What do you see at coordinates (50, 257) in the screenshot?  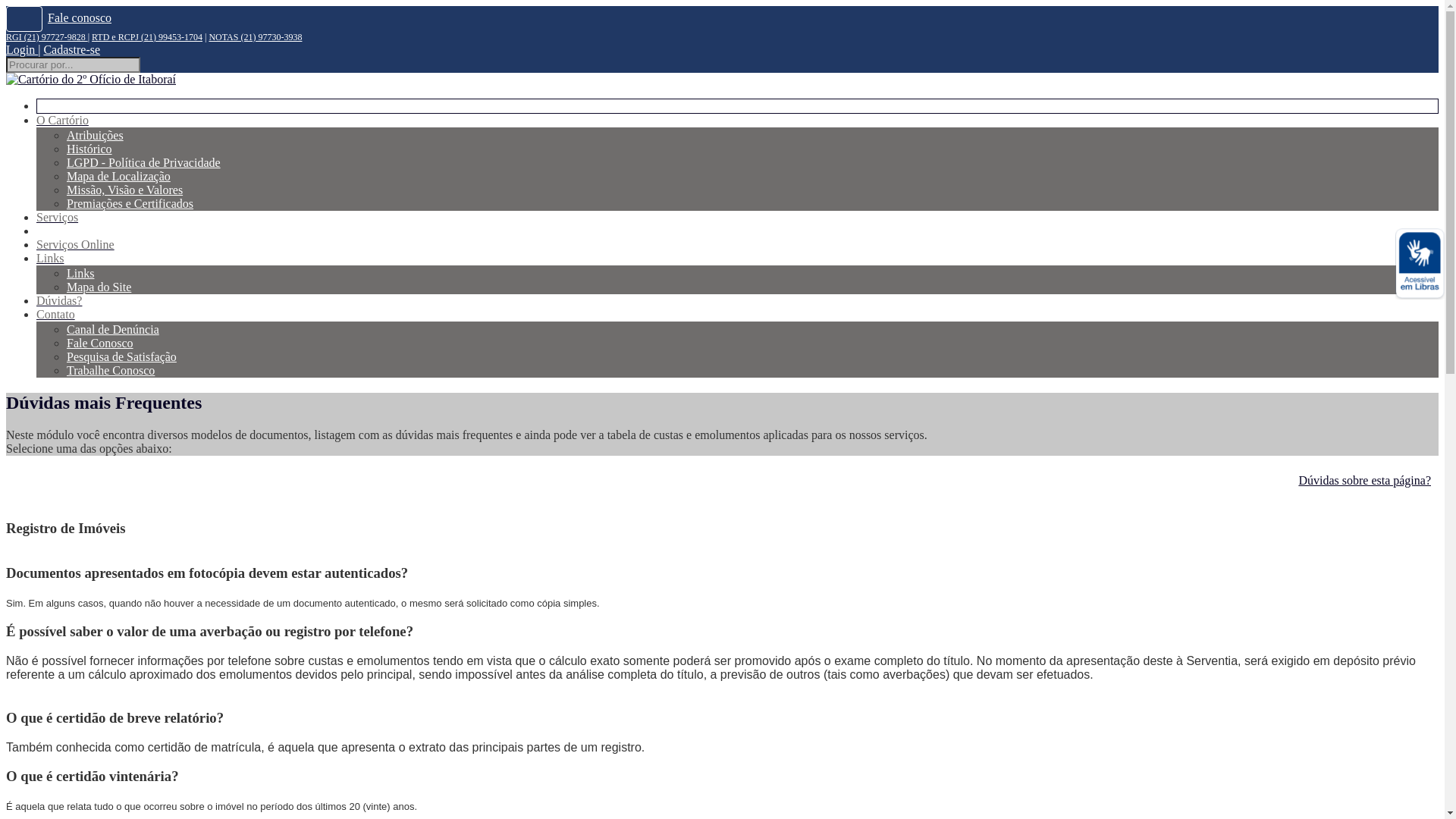 I see `'Links'` at bounding box center [50, 257].